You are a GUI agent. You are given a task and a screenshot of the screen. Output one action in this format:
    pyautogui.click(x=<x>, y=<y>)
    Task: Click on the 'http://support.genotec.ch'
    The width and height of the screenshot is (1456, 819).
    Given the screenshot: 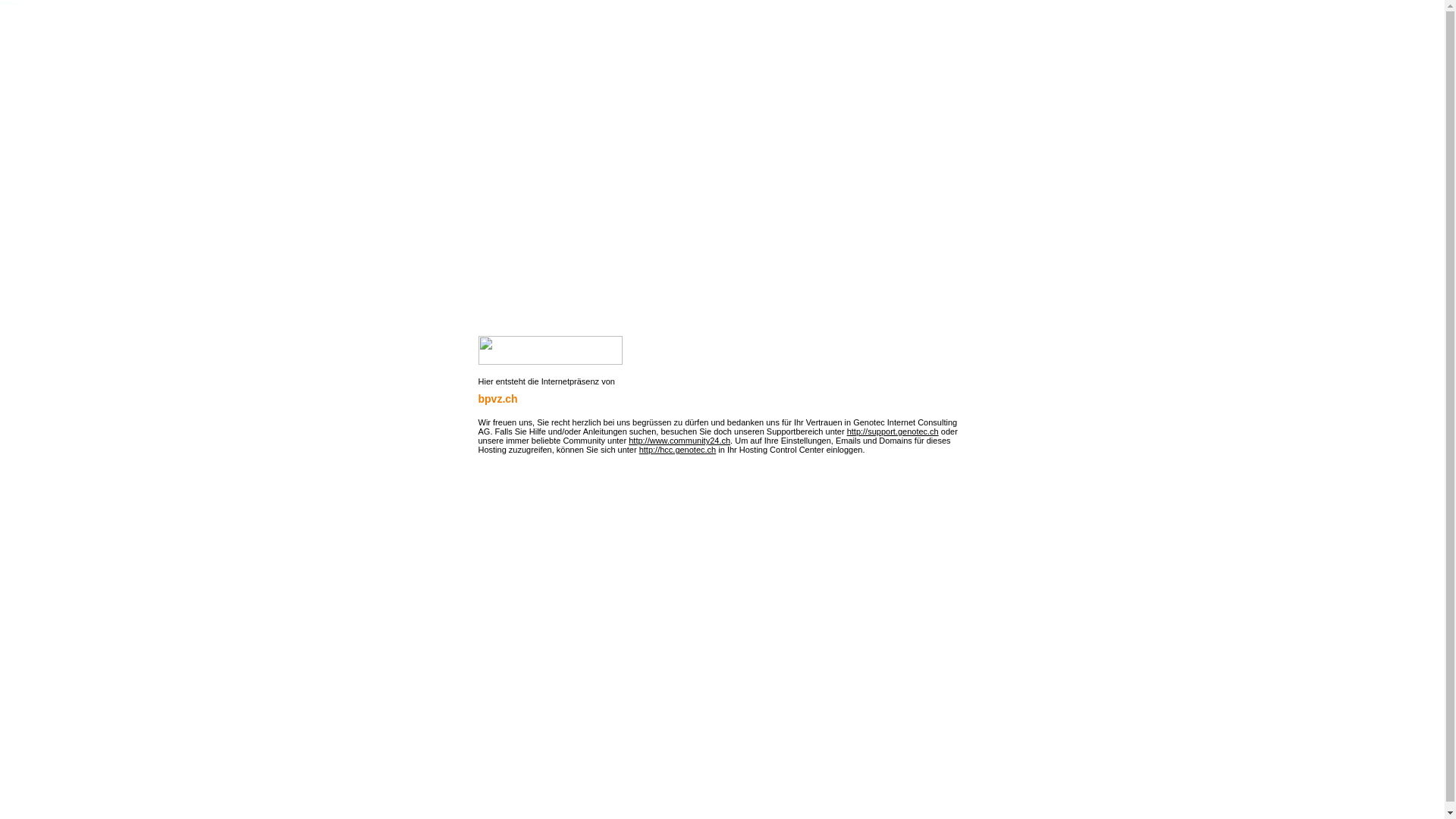 What is the action you would take?
    pyautogui.click(x=846, y=431)
    